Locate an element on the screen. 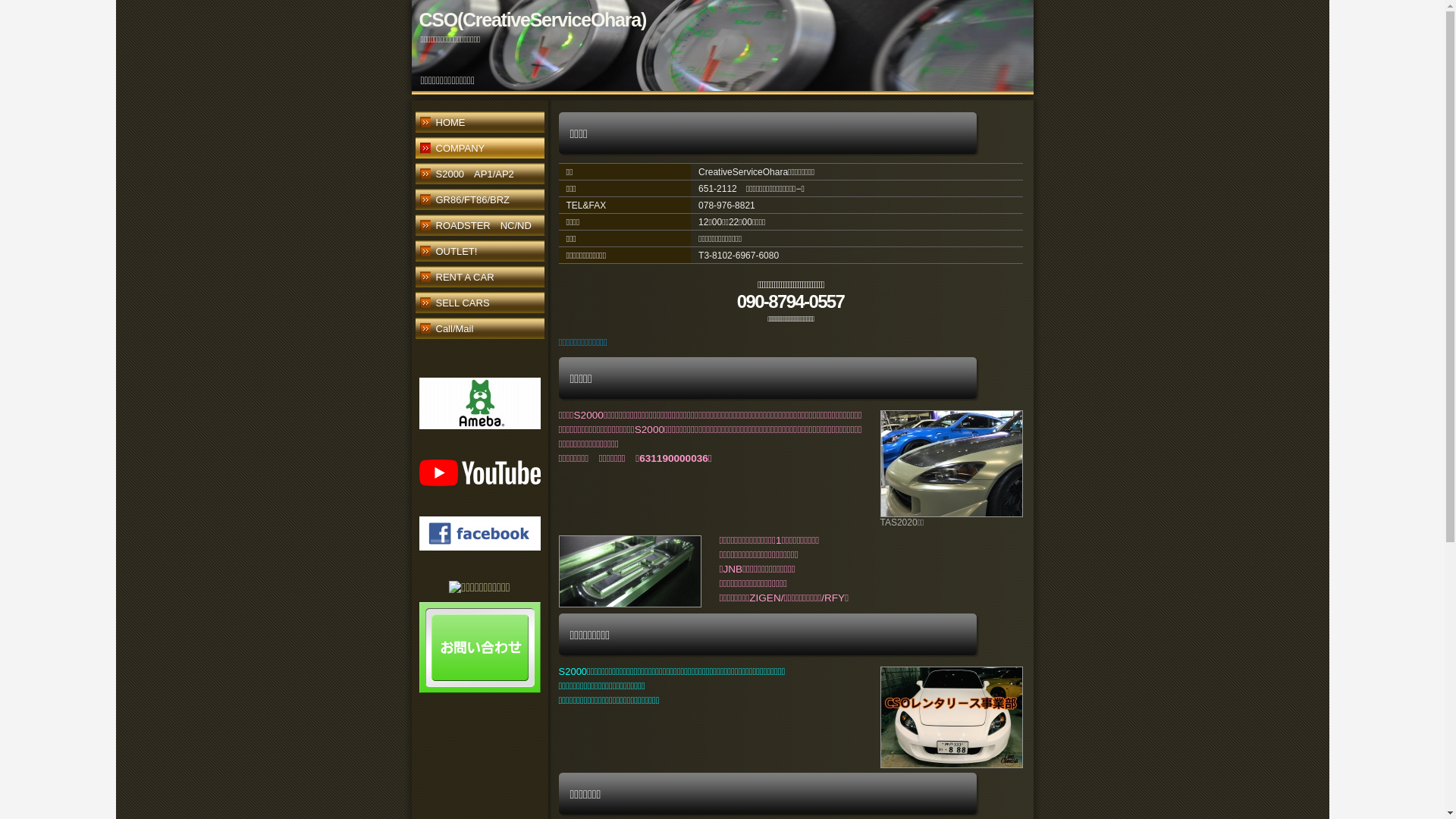 The image size is (1456, 819). 'SELL CARS' is located at coordinates (479, 304).